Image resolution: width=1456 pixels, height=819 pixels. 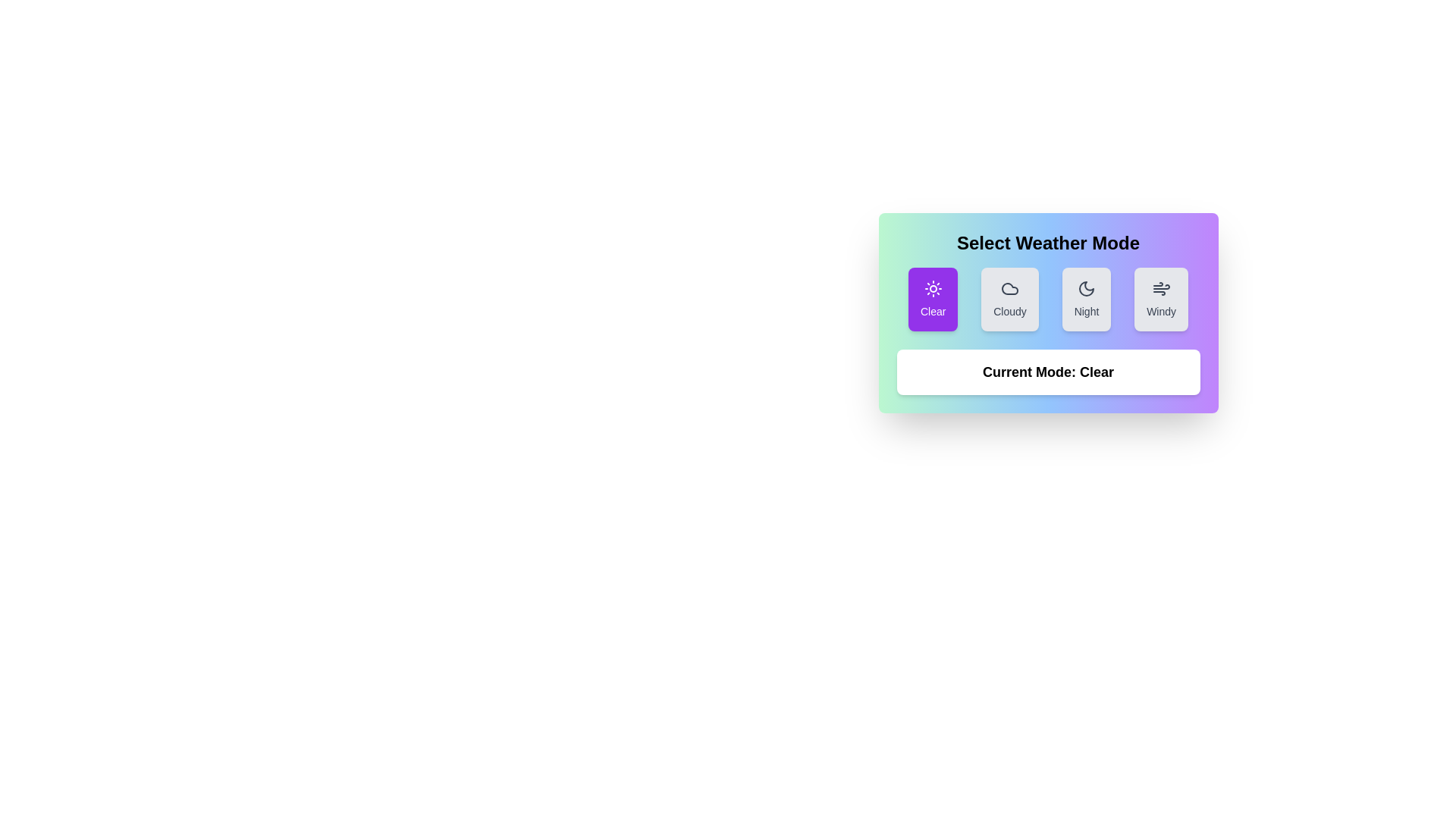 I want to click on the 'Cloudy' button which visually signifies the 'Cloudy' weather mode, so click(x=1009, y=289).